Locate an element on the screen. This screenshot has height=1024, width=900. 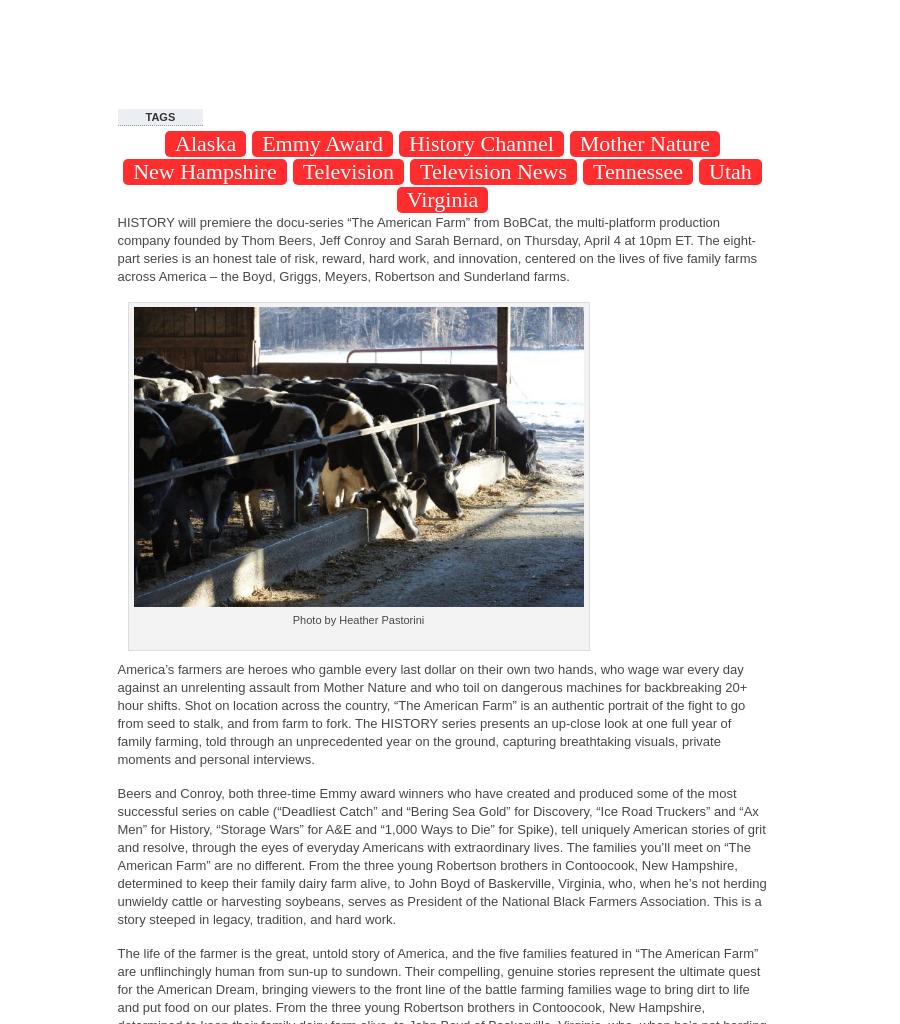
'History Channel' is located at coordinates (479, 142).